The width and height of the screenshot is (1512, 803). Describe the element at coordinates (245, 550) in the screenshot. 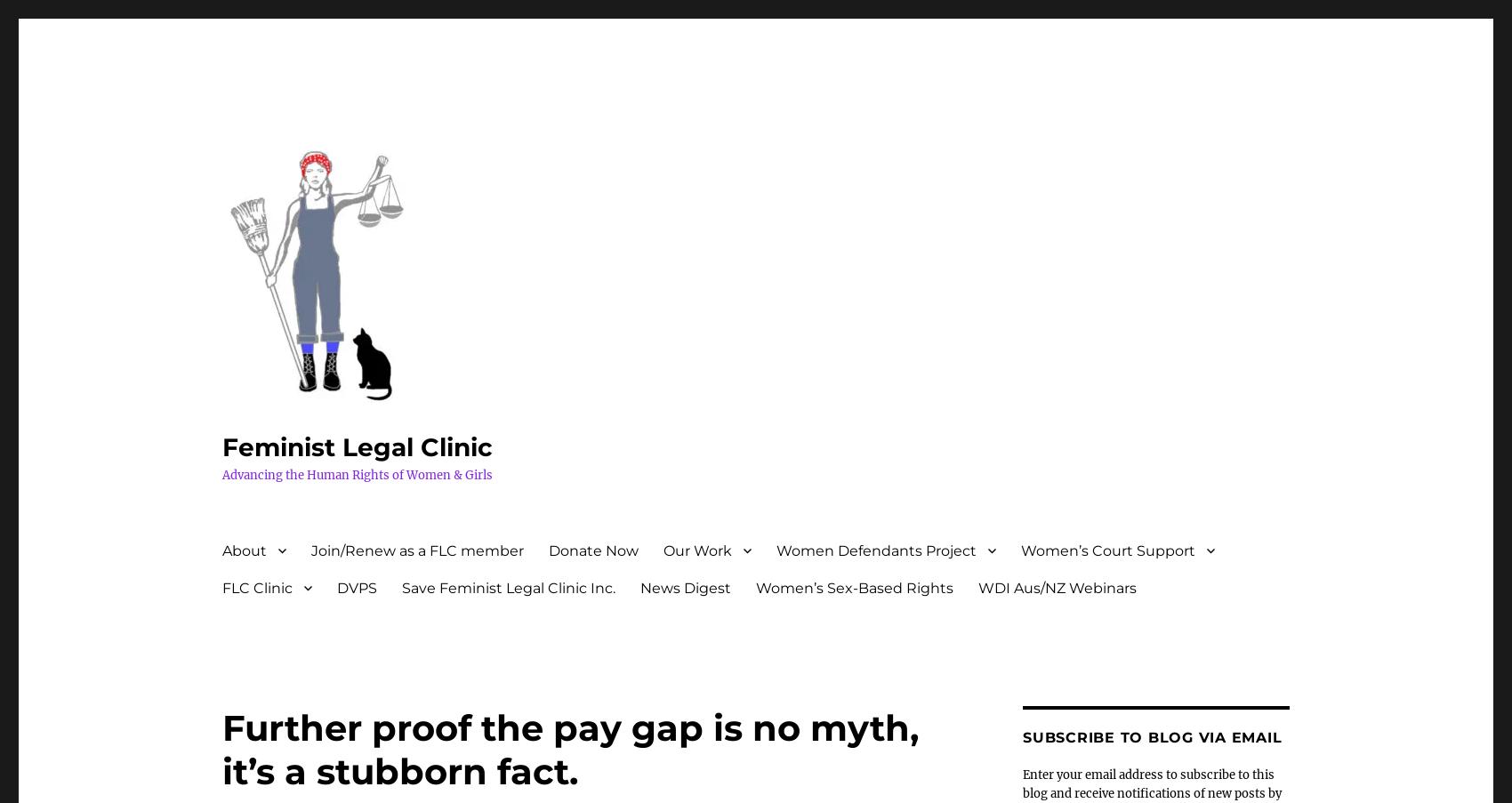

I see `'About'` at that location.